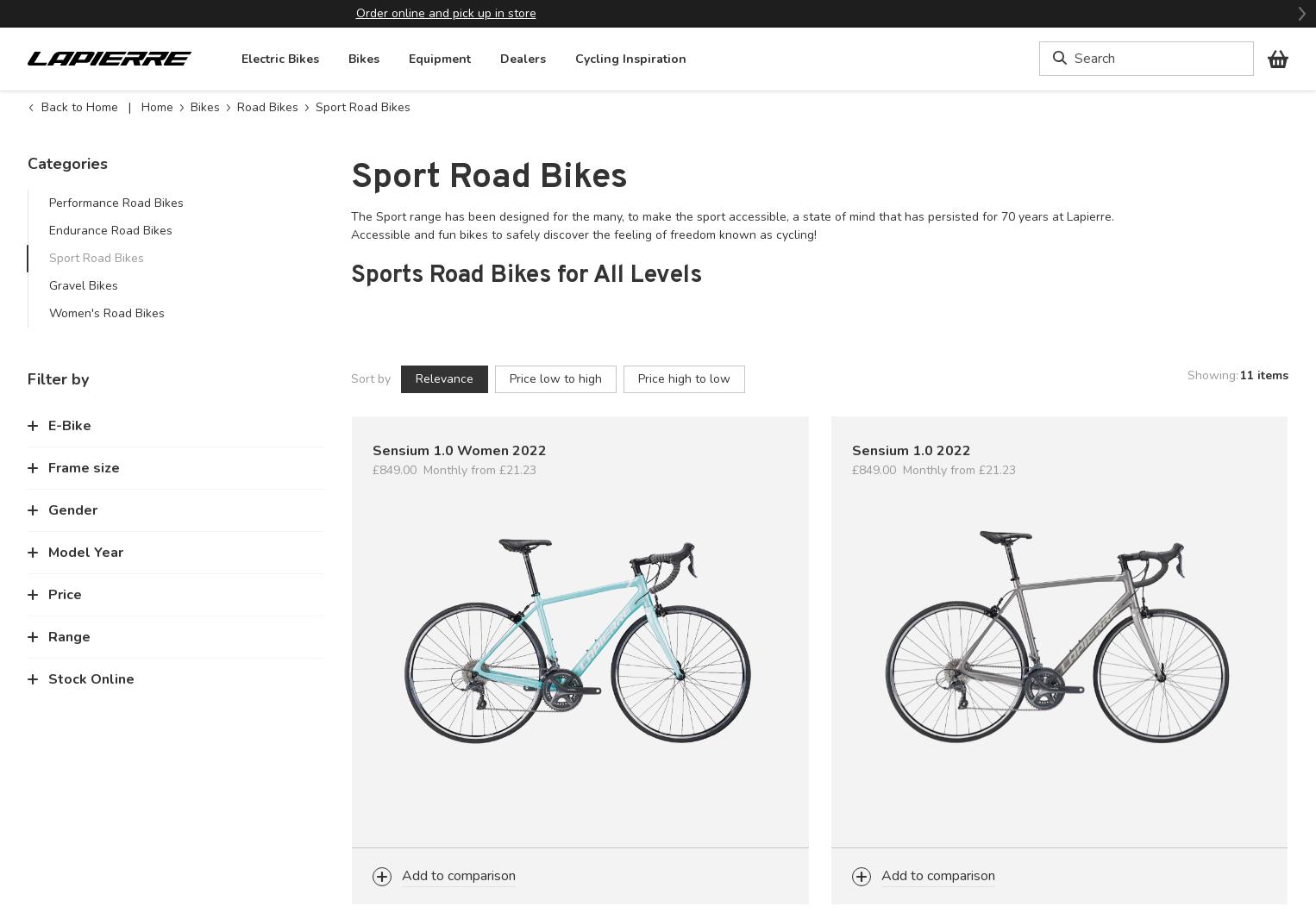 This screenshot has width=1316, height=919. What do you see at coordinates (48, 551) in the screenshot?
I see `'Model Year'` at bounding box center [48, 551].